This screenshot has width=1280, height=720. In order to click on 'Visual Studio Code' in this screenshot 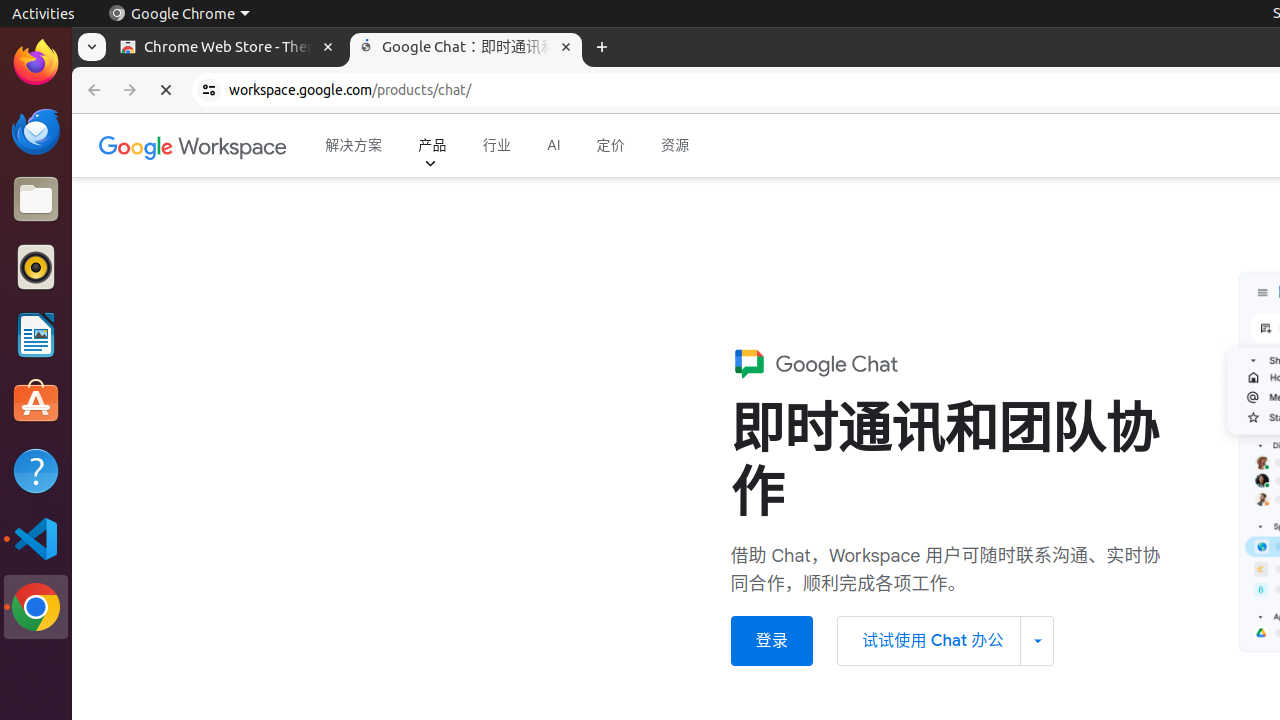, I will do `click(35, 537)`.